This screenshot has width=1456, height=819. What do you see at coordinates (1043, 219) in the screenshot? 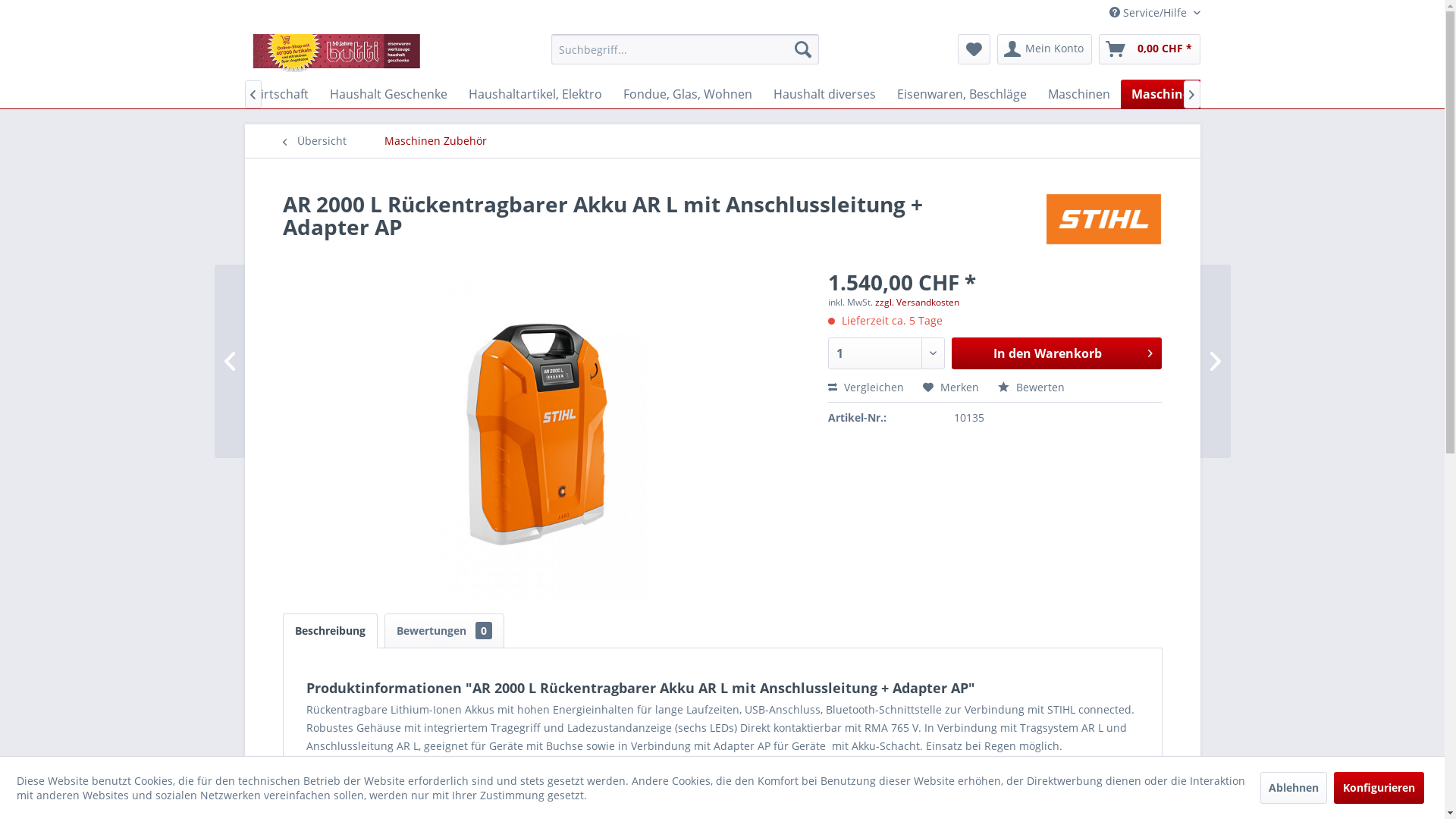
I see `'Weitere Artikel von STIHL'` at bounding box center [1043, 219].